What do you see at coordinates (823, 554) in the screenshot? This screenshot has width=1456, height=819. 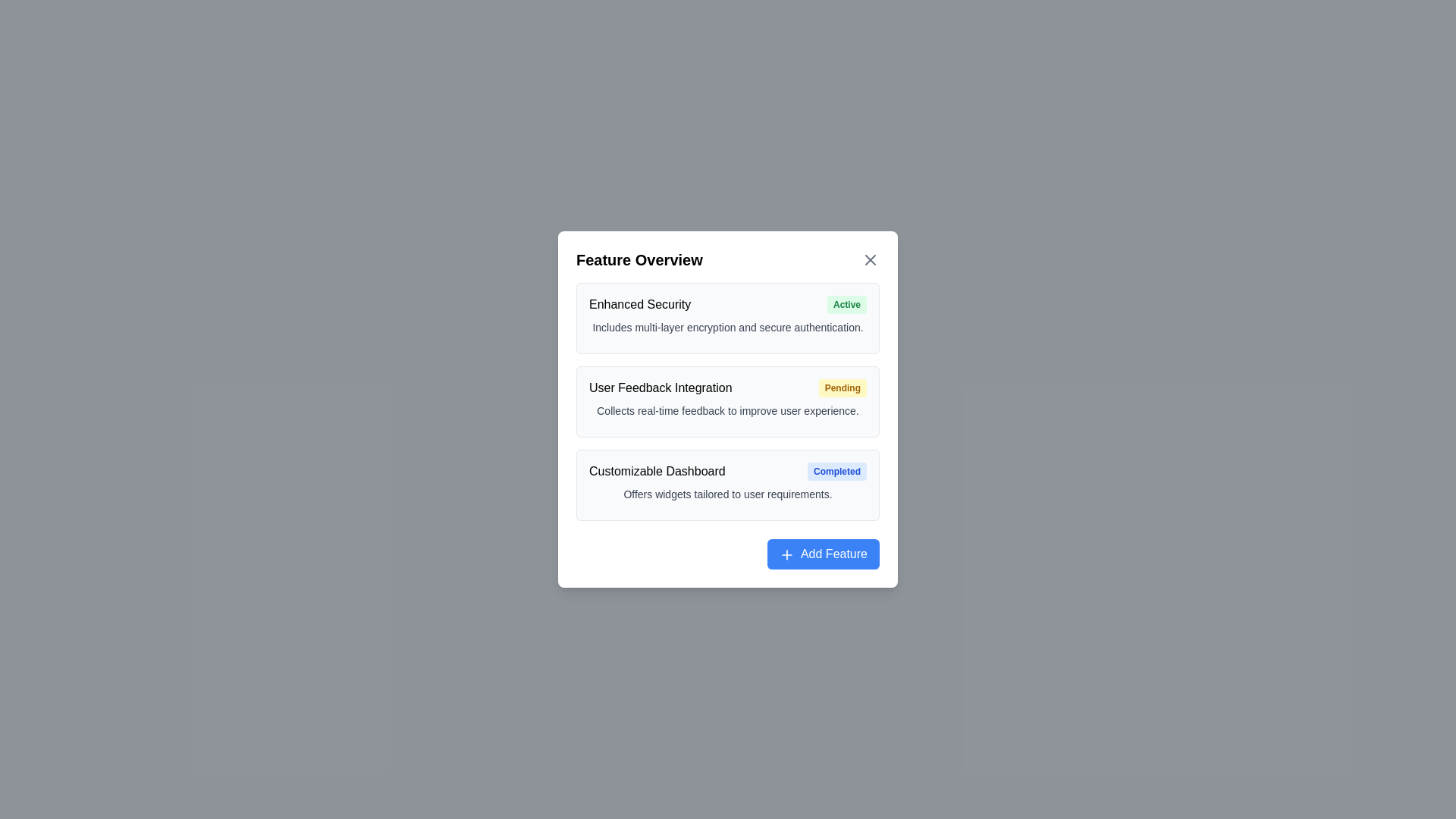 I see `the button located at the bottom-right corner of the 'Feature Overview' modal` at bounding box center [823, 554].